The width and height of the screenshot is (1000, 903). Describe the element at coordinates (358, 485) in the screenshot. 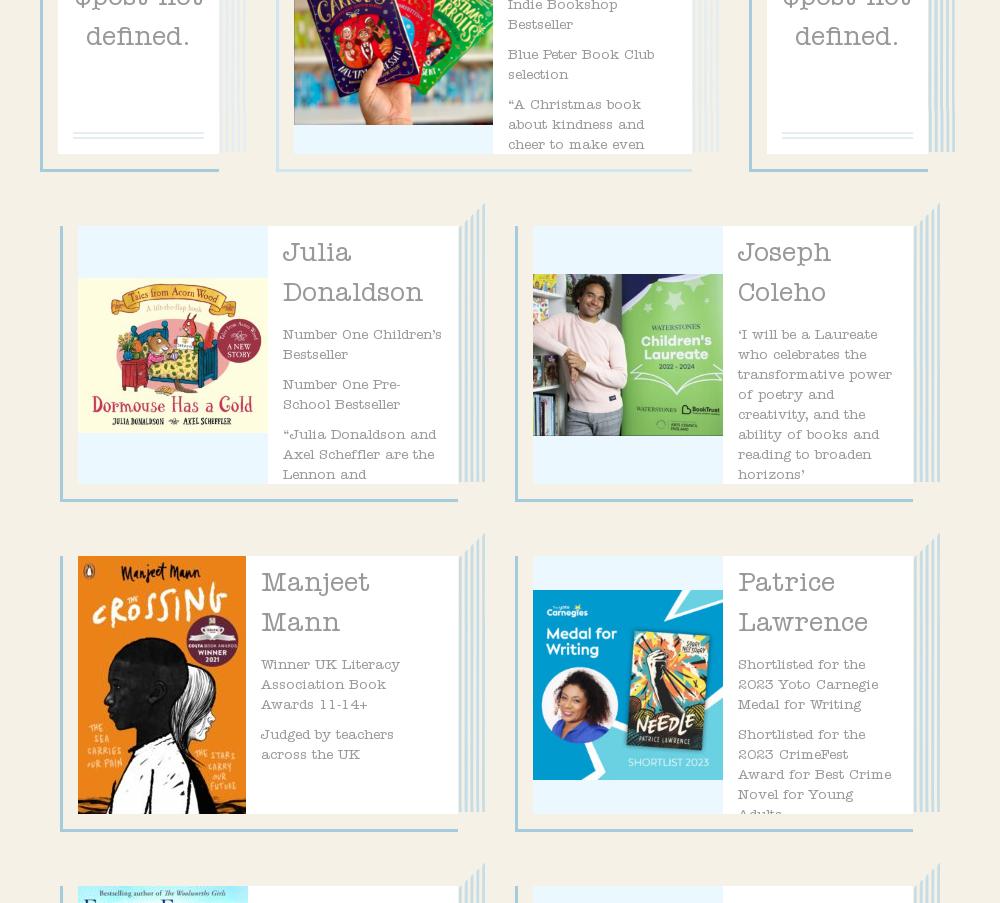

I see `'“Julia Donaldson and Axel Scheffler are the Lennon and McCartney… of children’s publishing.”'` at that location.